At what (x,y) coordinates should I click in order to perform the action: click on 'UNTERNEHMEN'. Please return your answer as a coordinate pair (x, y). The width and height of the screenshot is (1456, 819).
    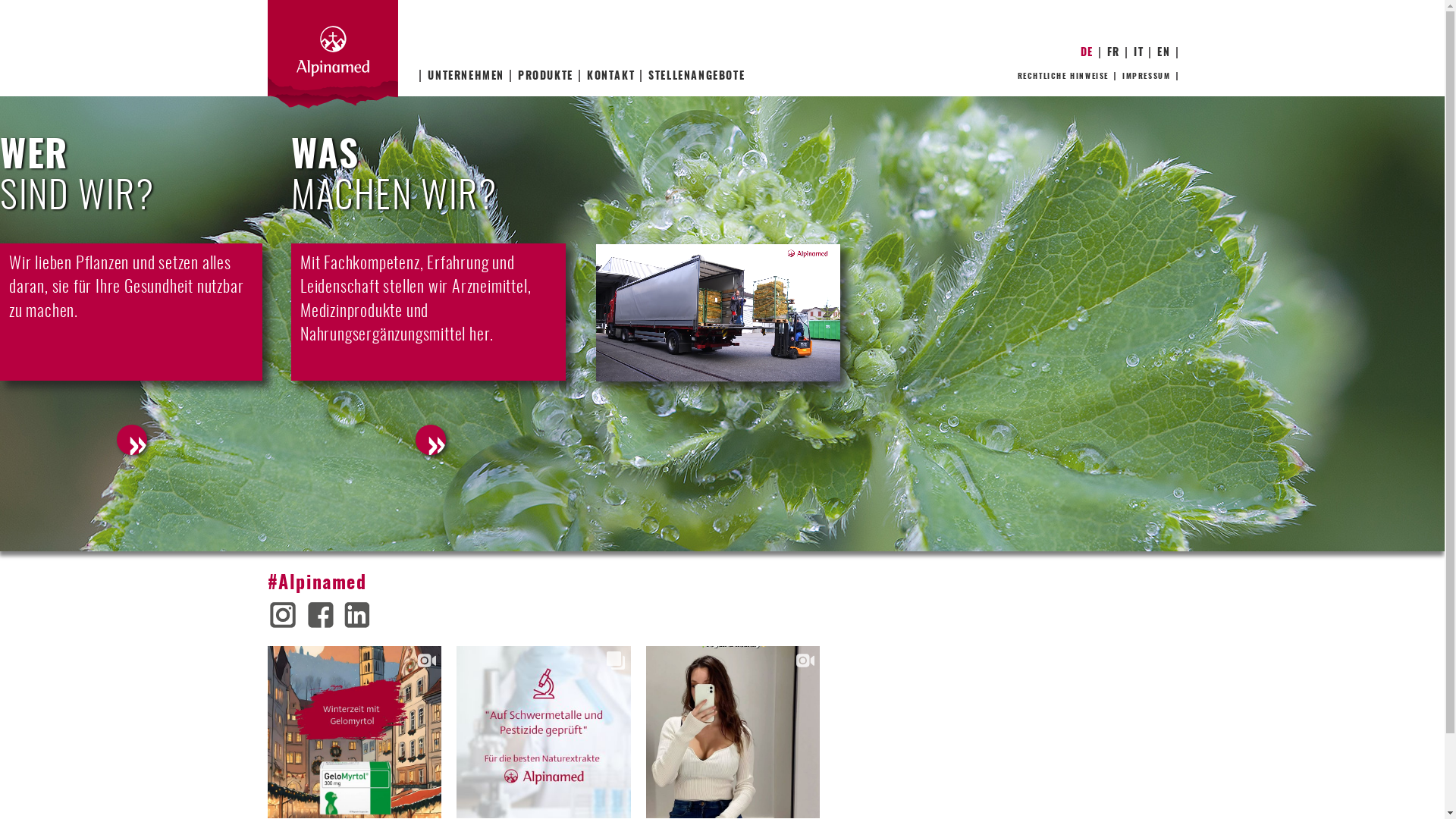
    Looking at the image, I should click on (463, 76).